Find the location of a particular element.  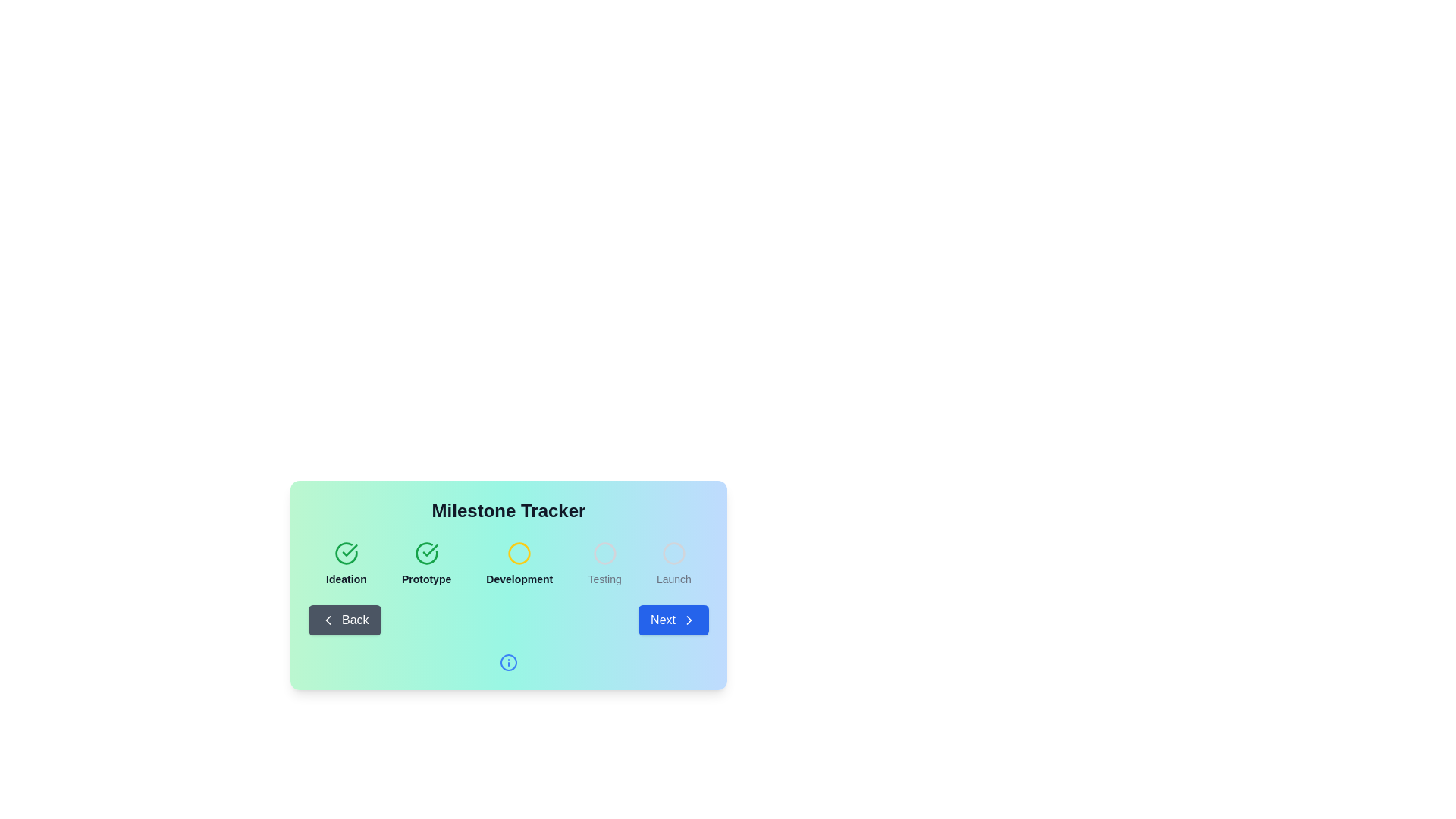

the 'Back' button with a dark grey background and a left-facing chevron icon, located at the bottom-left corner of the Milestone Tracker interface is located at coordinates (344, 620).